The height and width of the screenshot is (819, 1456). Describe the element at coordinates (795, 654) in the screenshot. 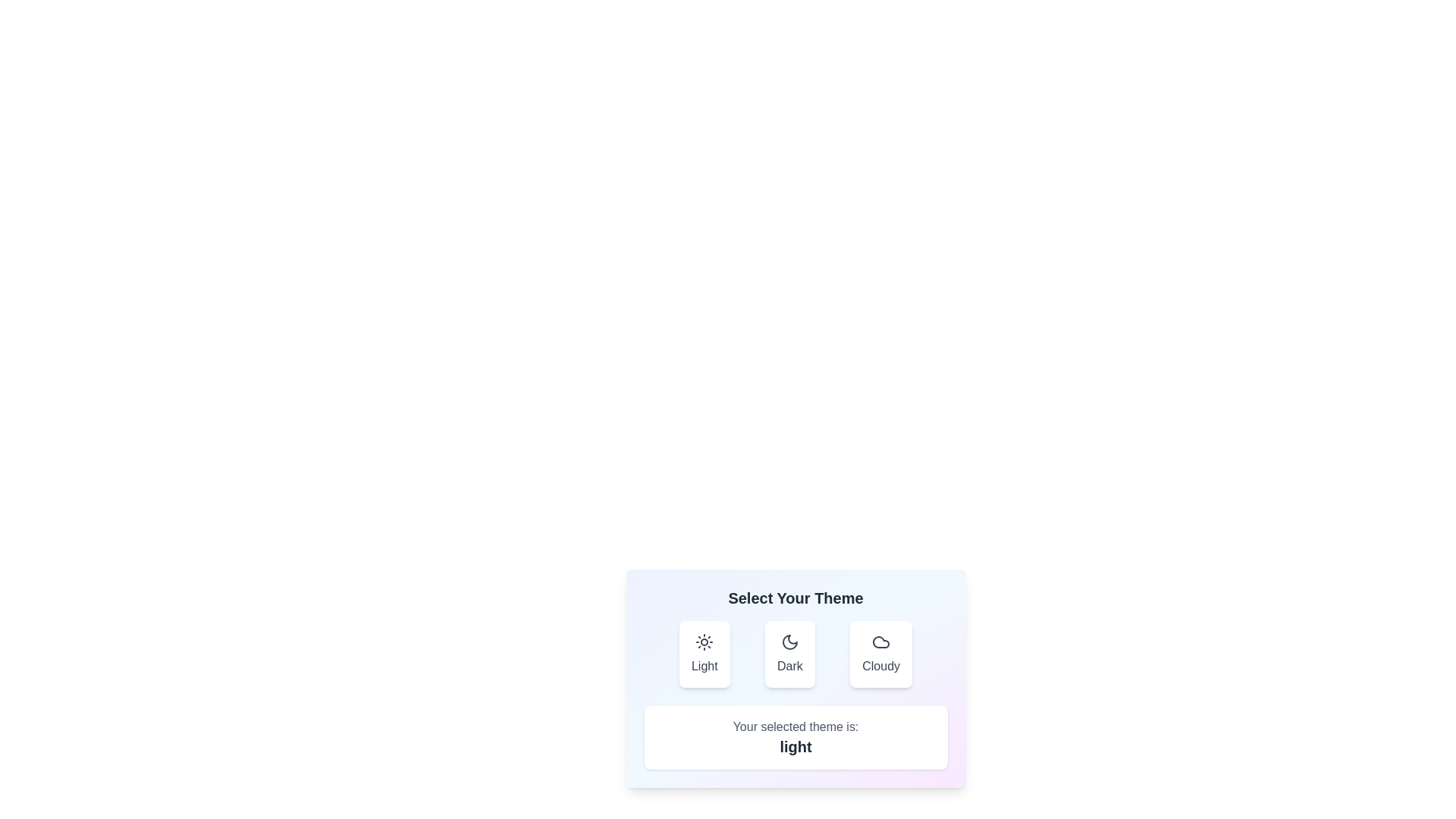

I see `the 'Dark' theme selectable option button located centrally between 'Light' and 'Cloudy' in the 'Select Your Theme' section` at that location.